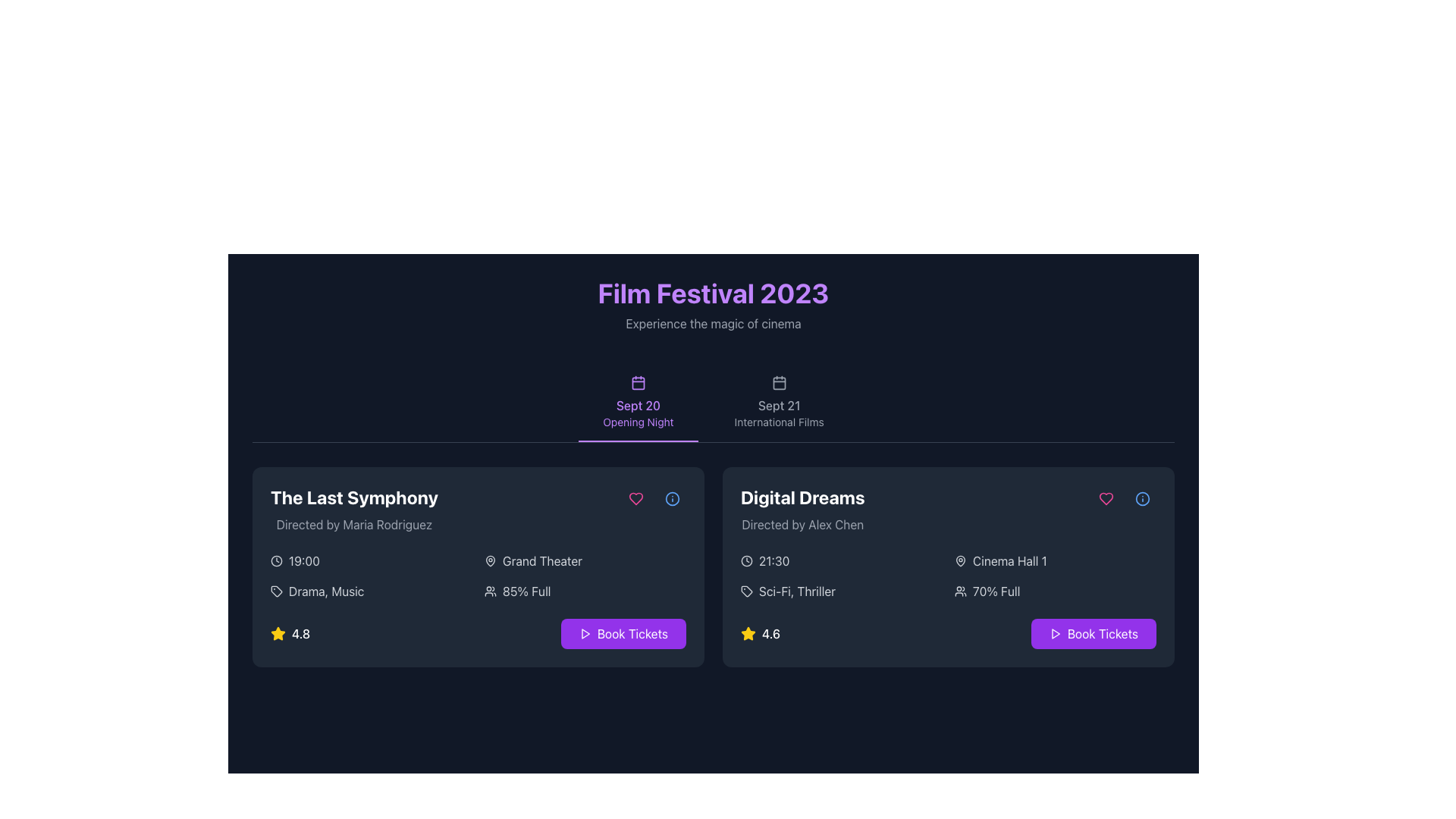  Describe the element at coordinates (712, 323) in the screenshot. I see `the static text element that provides a tagline or descriptive message beneath the headline 'Film Festival 2023'` at that location.